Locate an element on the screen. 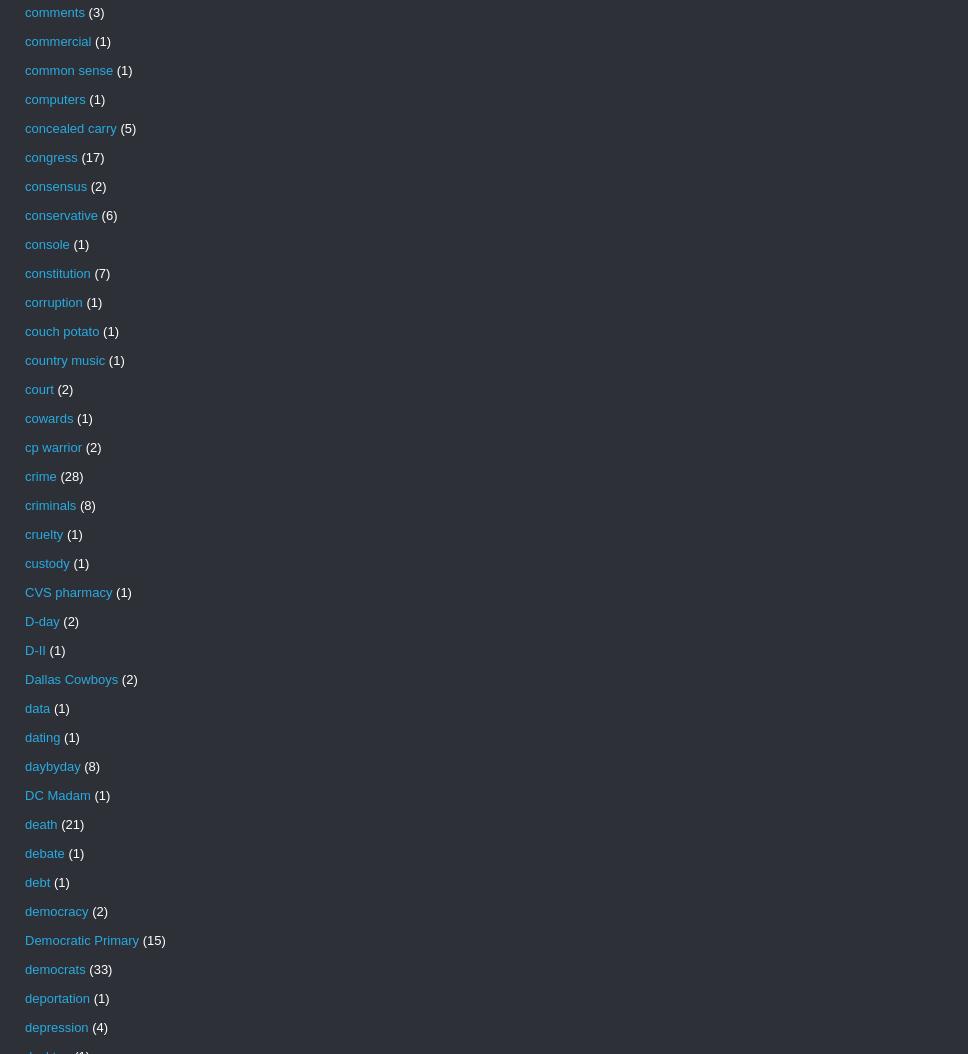 This screenshot has height=1054, width=968. '(7)' is located at coordinates (102, 272).